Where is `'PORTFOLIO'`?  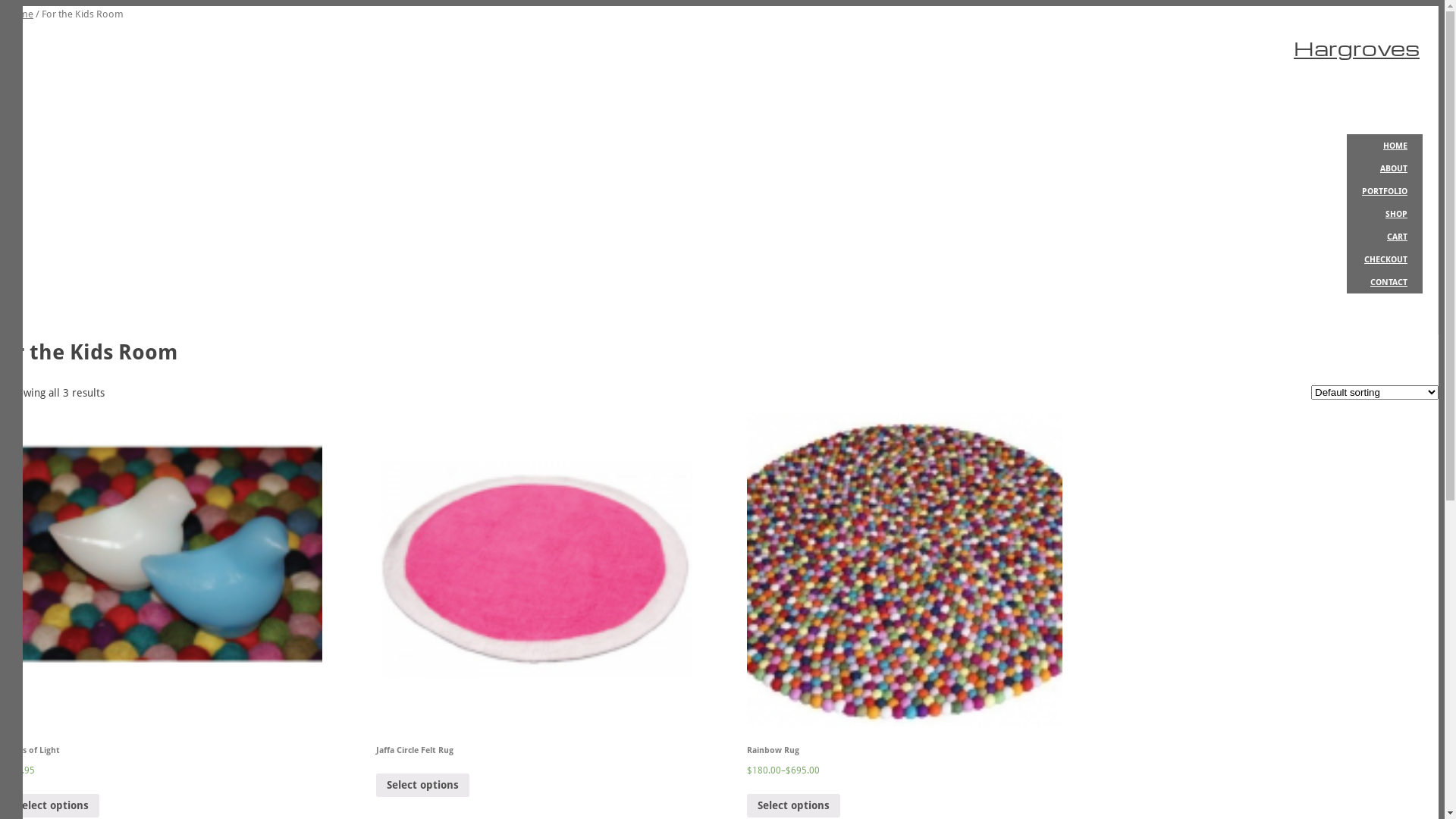
'PORTFOLIO' is located at coordinates (1384, 190).